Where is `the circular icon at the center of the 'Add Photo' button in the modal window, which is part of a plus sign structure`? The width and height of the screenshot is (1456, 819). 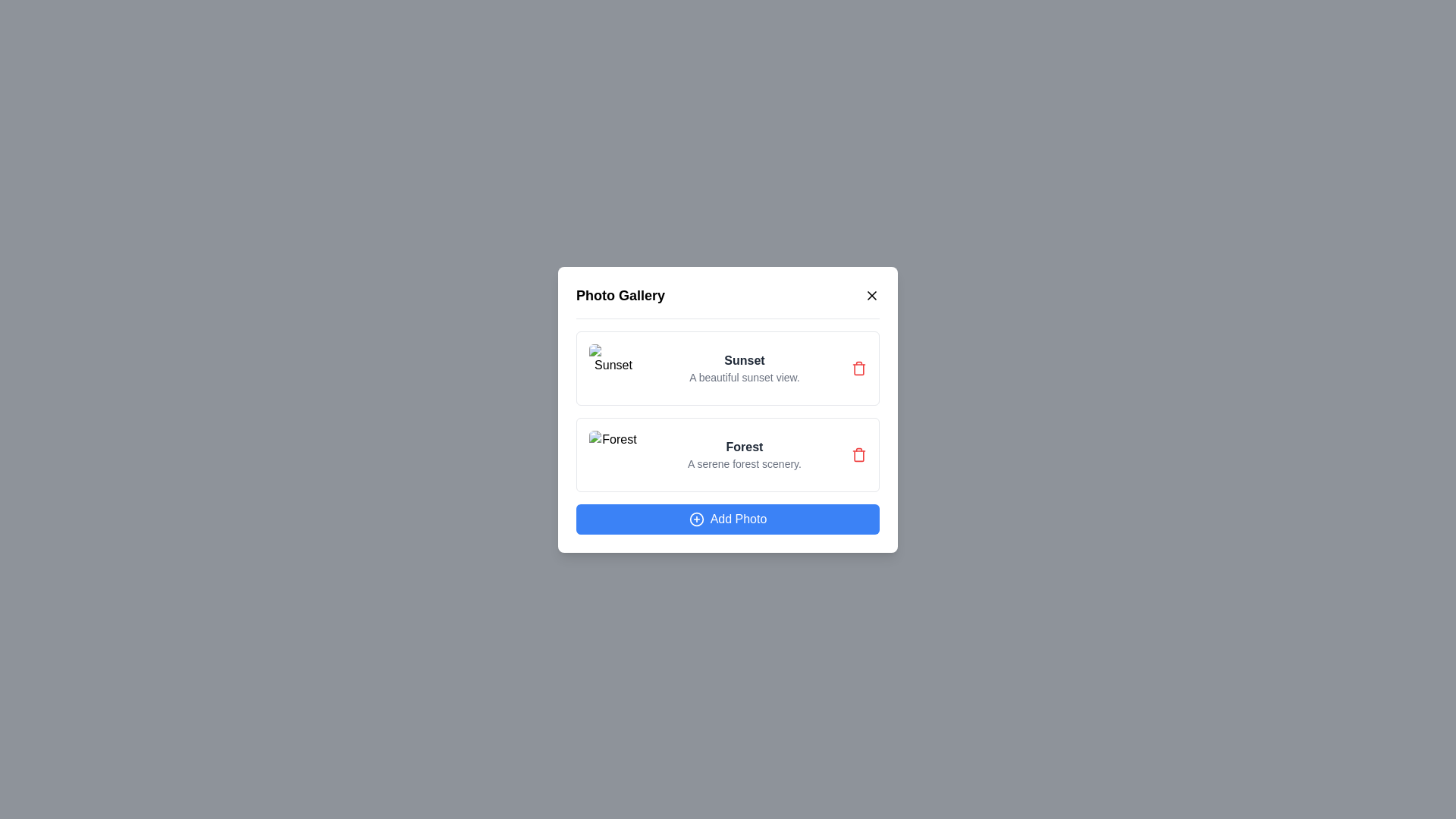 the circular icon at the center of the 'Add Photo' button in the modal window, which is part of a plus sign structure is located at coordinates (695, 518).